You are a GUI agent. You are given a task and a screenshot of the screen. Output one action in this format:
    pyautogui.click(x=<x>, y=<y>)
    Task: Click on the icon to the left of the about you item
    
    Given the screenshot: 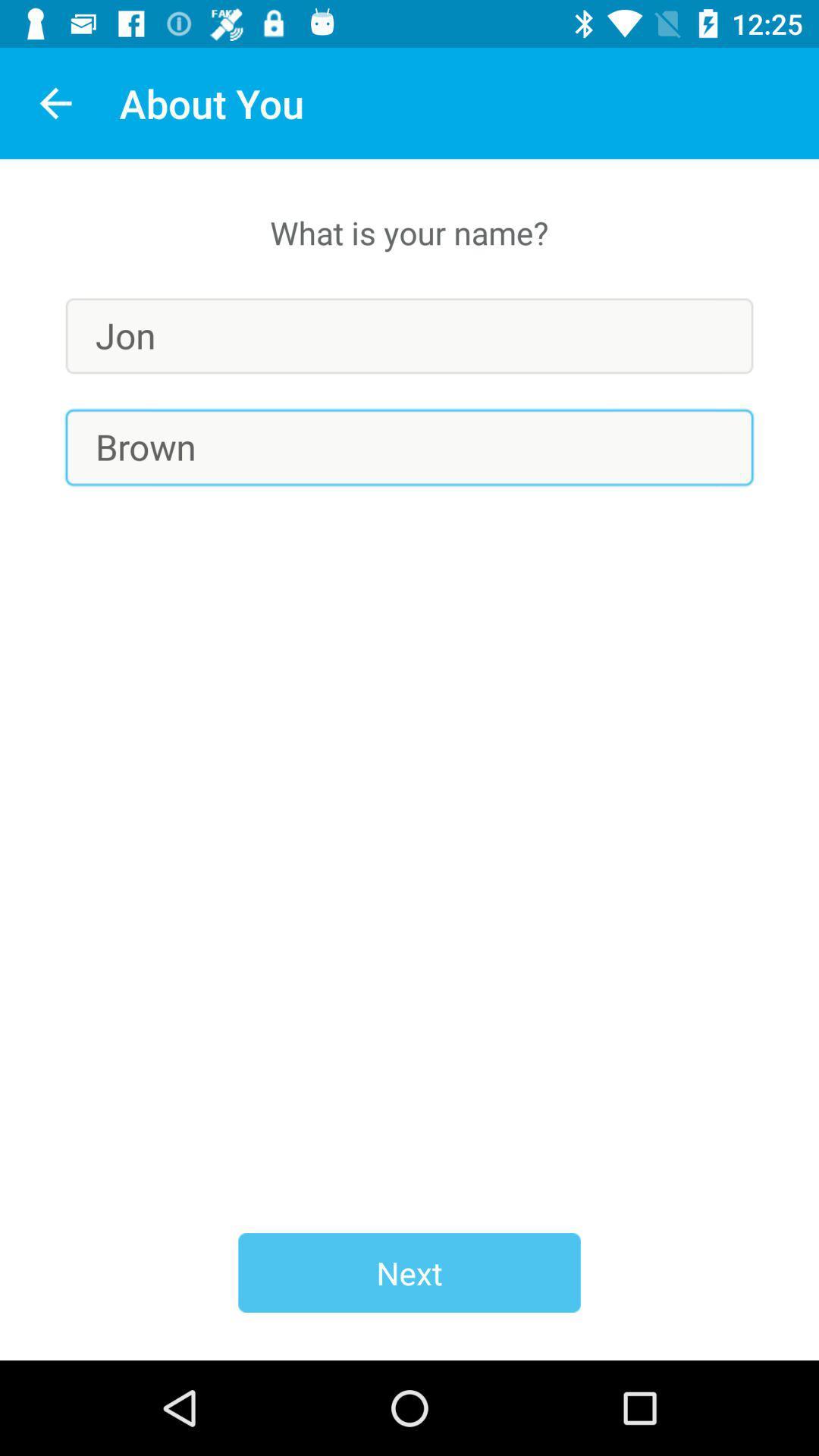 What is the action you would take?
    pyautogui.click(x=55, y=102)
    